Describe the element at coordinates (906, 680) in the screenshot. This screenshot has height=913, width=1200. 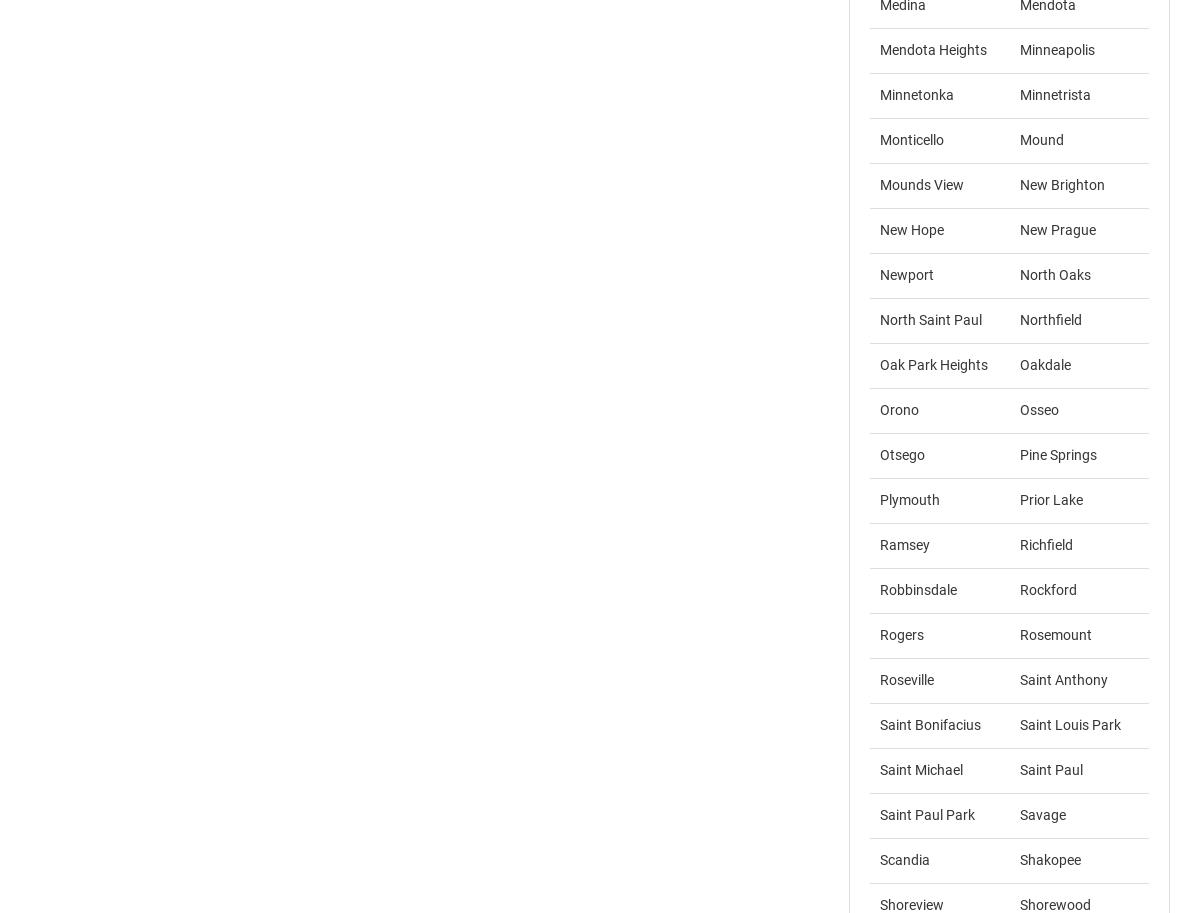
I see `'Roseville'` at that location.